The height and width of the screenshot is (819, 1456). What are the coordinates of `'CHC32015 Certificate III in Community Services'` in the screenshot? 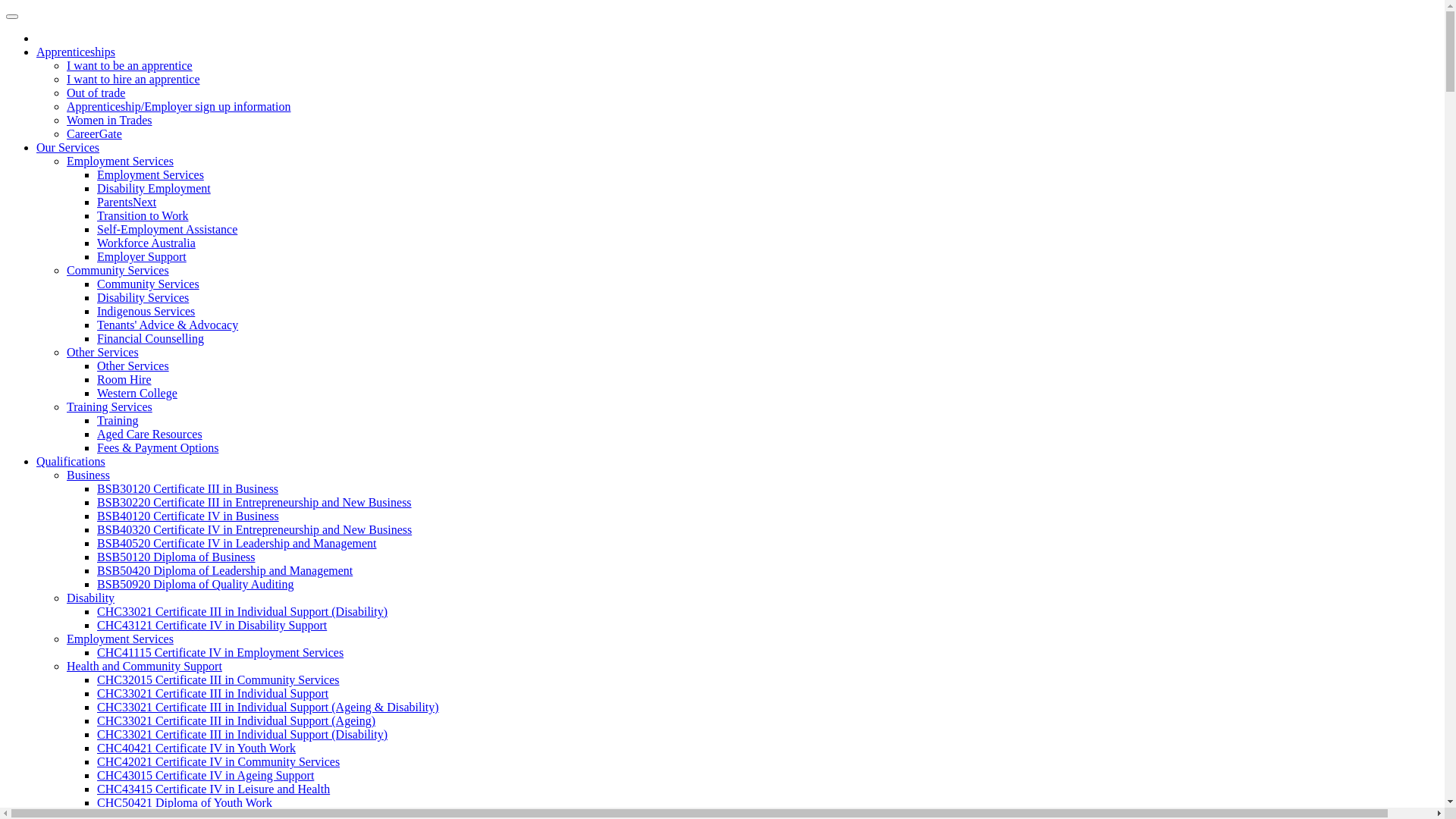 It's located at (218, 679).